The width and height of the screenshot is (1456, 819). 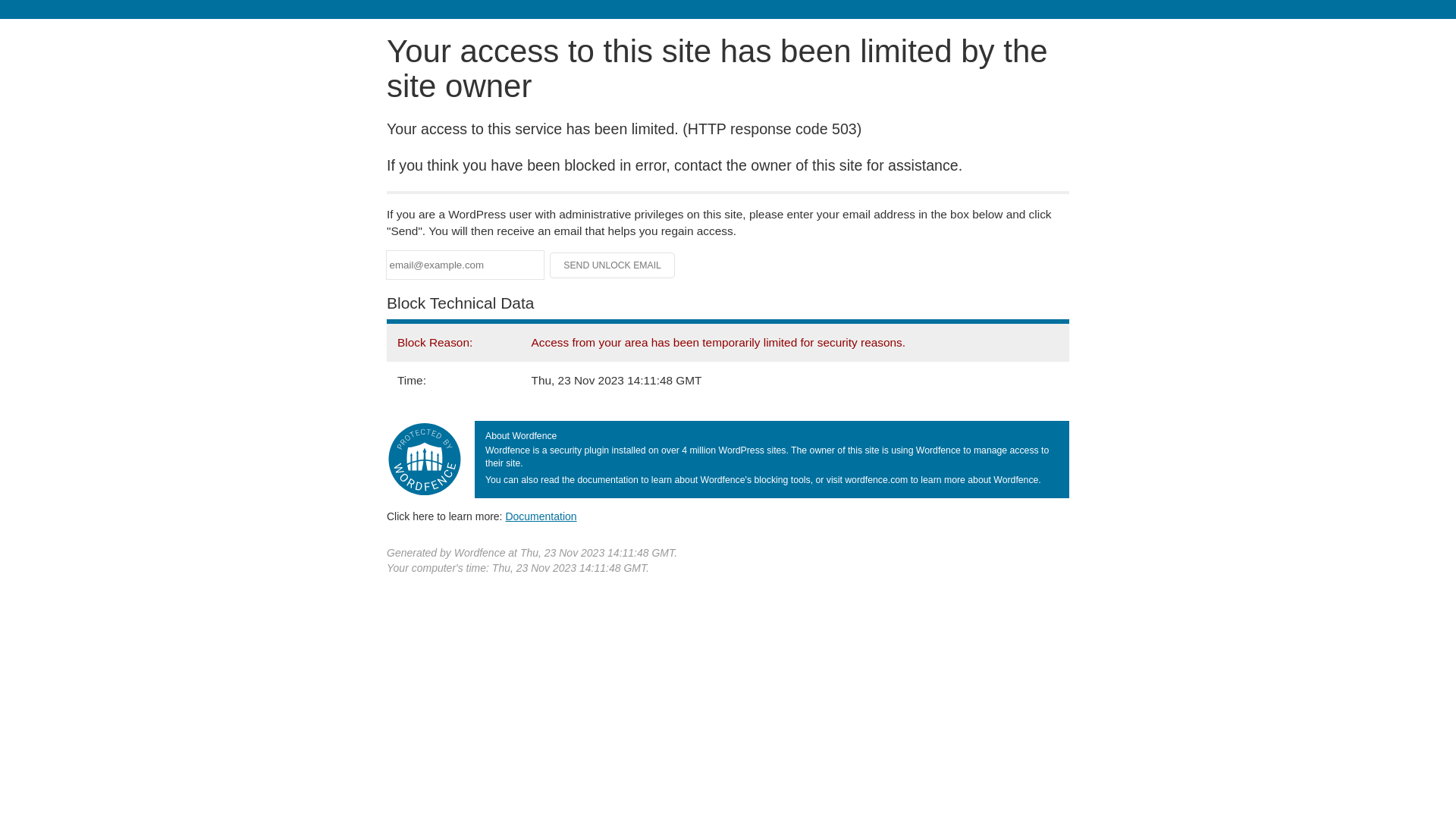 I want to click on 'Send Unlock Email', so click(x=612, y=265).